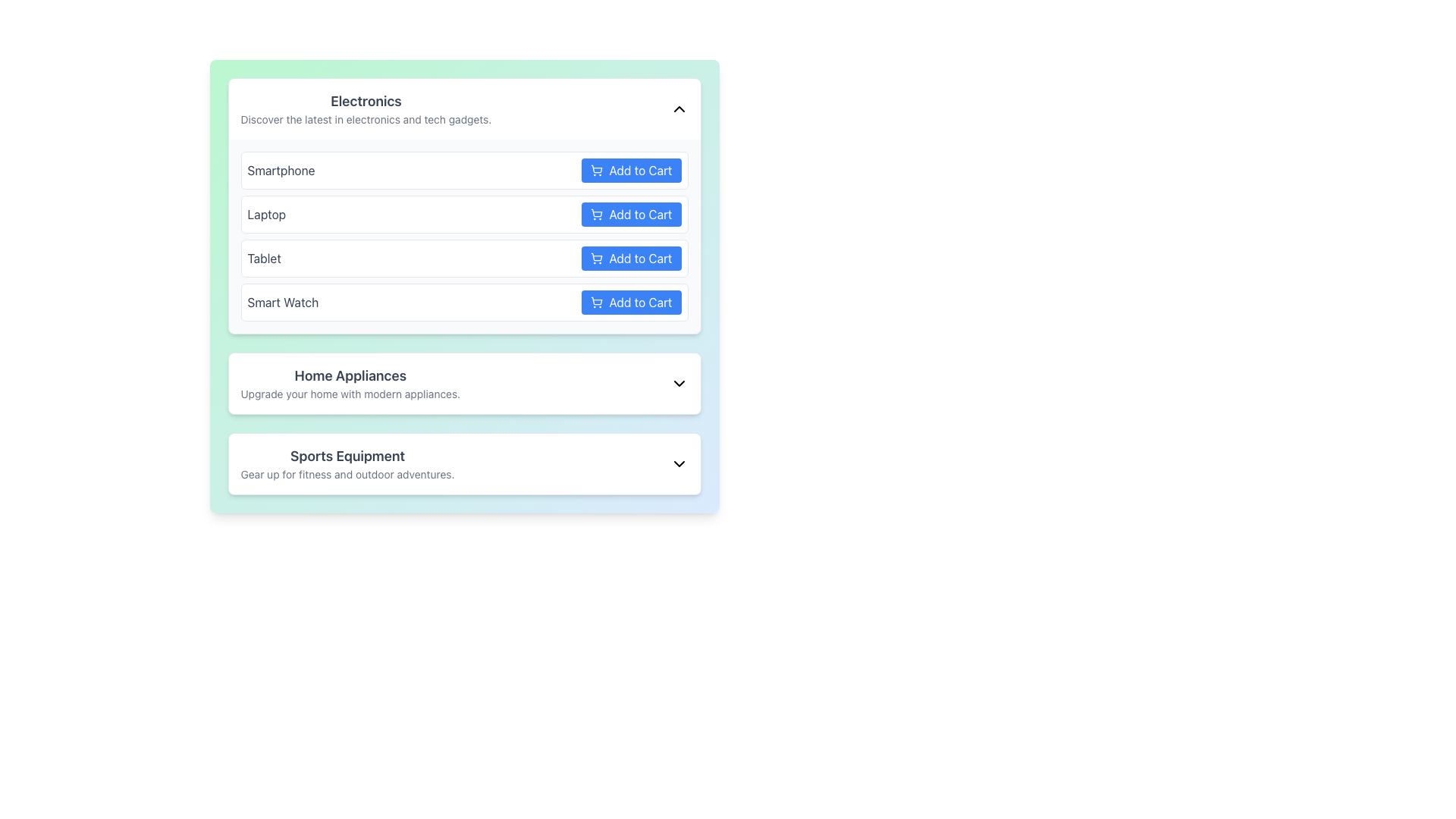 The width and height of the screenshot is (1456, 819). Describe the element at coordinates (463, 206) in the screenshot. I see `the 'Electronics' section which features a description and four entries with 'Add to Cart' buttons` at that location.